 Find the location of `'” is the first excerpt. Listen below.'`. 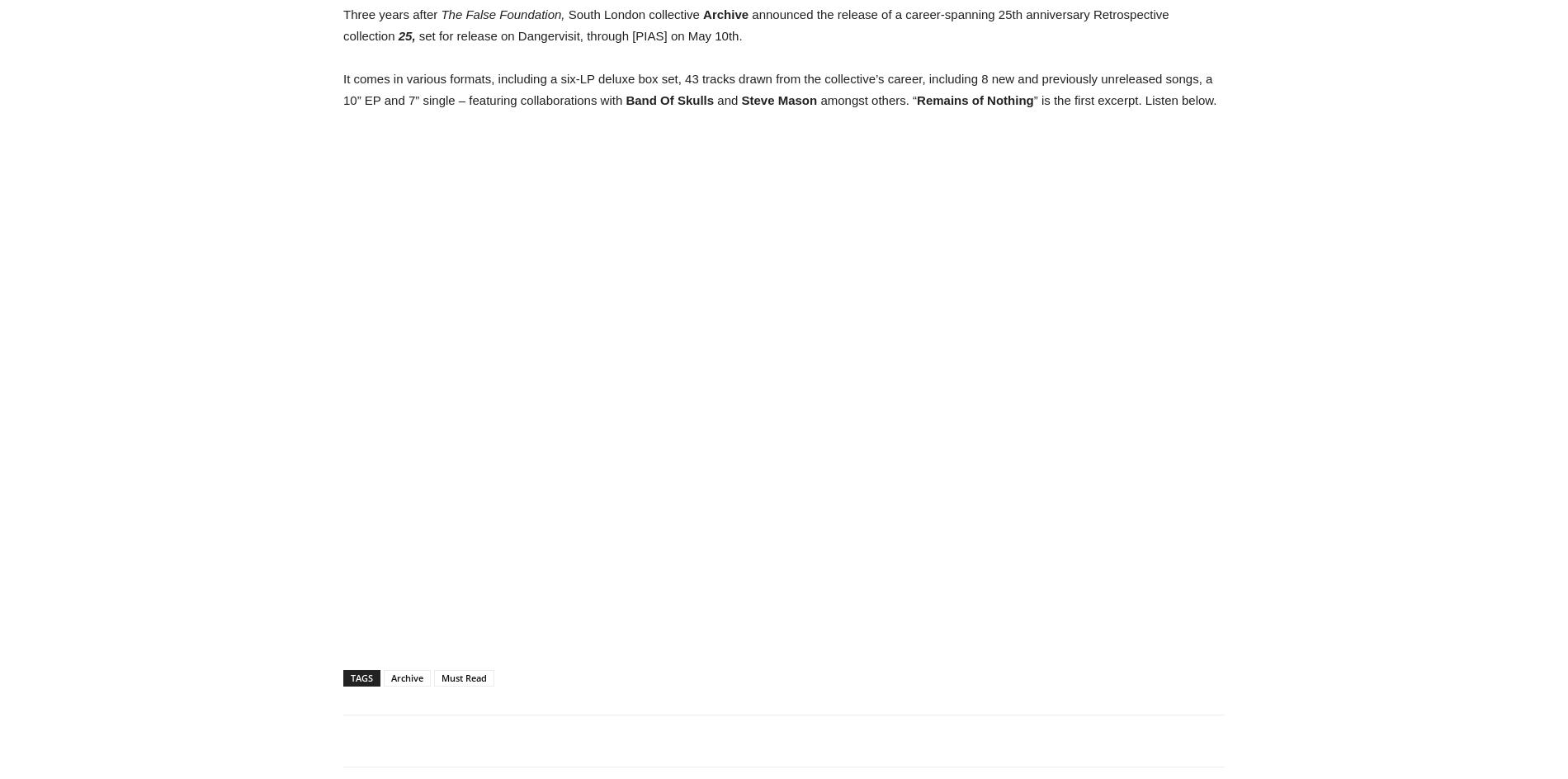

'” is the first excerpt. Listen below.' is located at coordinates (1124, 100).